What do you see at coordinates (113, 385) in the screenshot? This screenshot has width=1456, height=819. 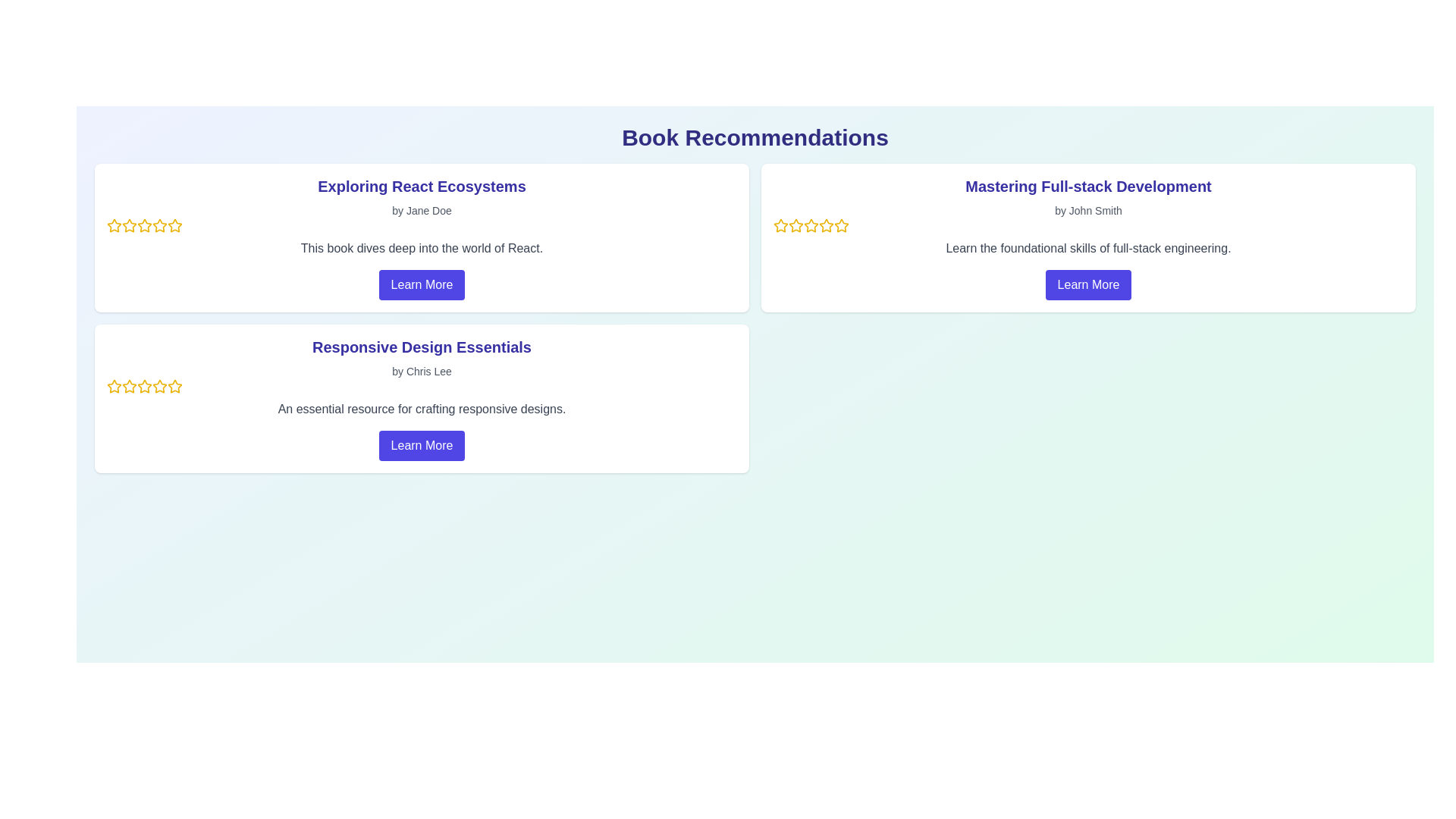 I see `the first yellow star icon of the 5-star rating system located below the title 'Responsive Design Essentials' in the bottom-left card of the layout` at bounding box center [113, 385].